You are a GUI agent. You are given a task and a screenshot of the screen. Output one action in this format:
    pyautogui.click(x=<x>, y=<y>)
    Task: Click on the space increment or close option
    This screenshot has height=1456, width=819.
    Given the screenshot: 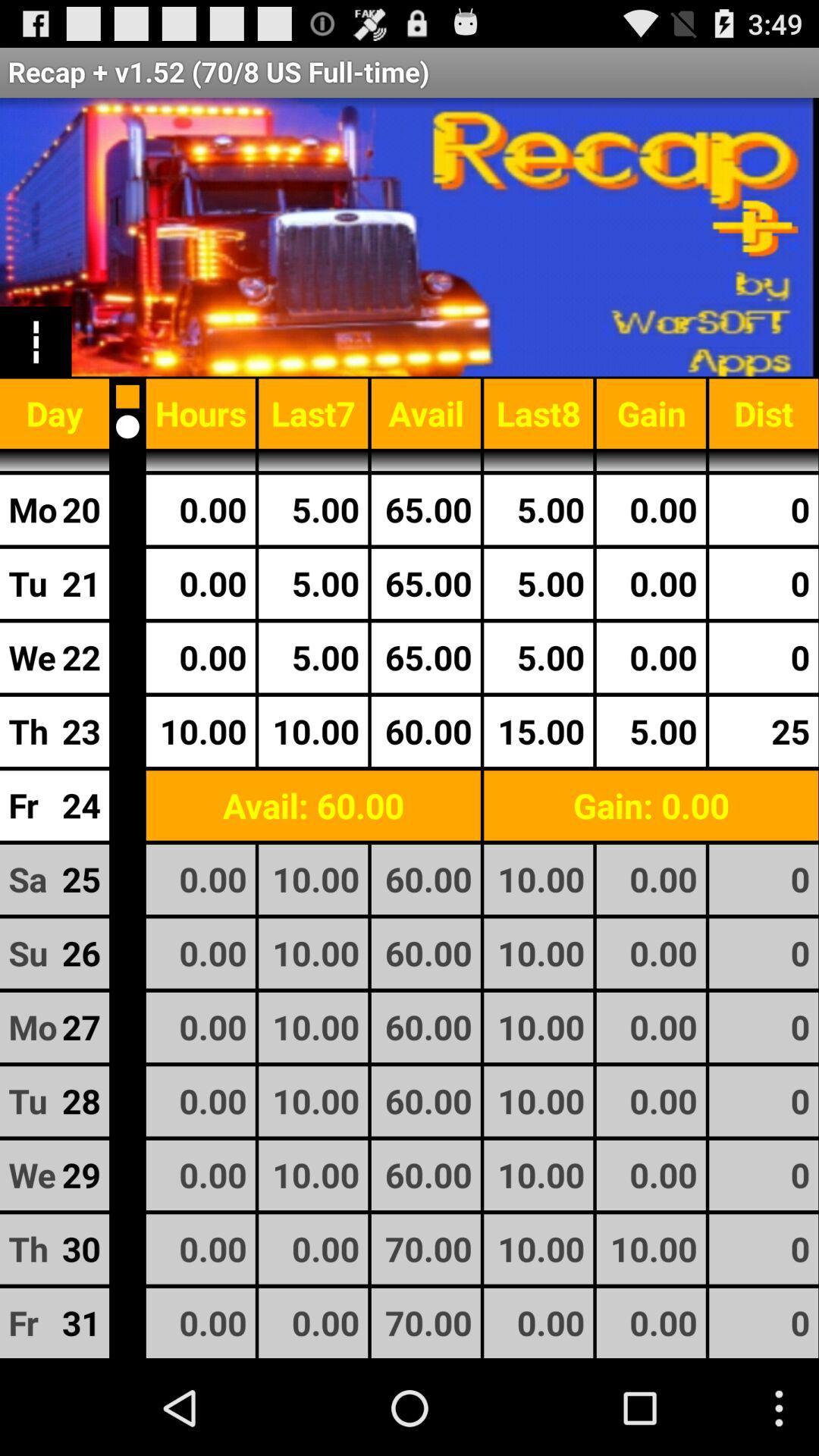 What is the action you would take?
    pyautogui.click(x=127, y=425)
    